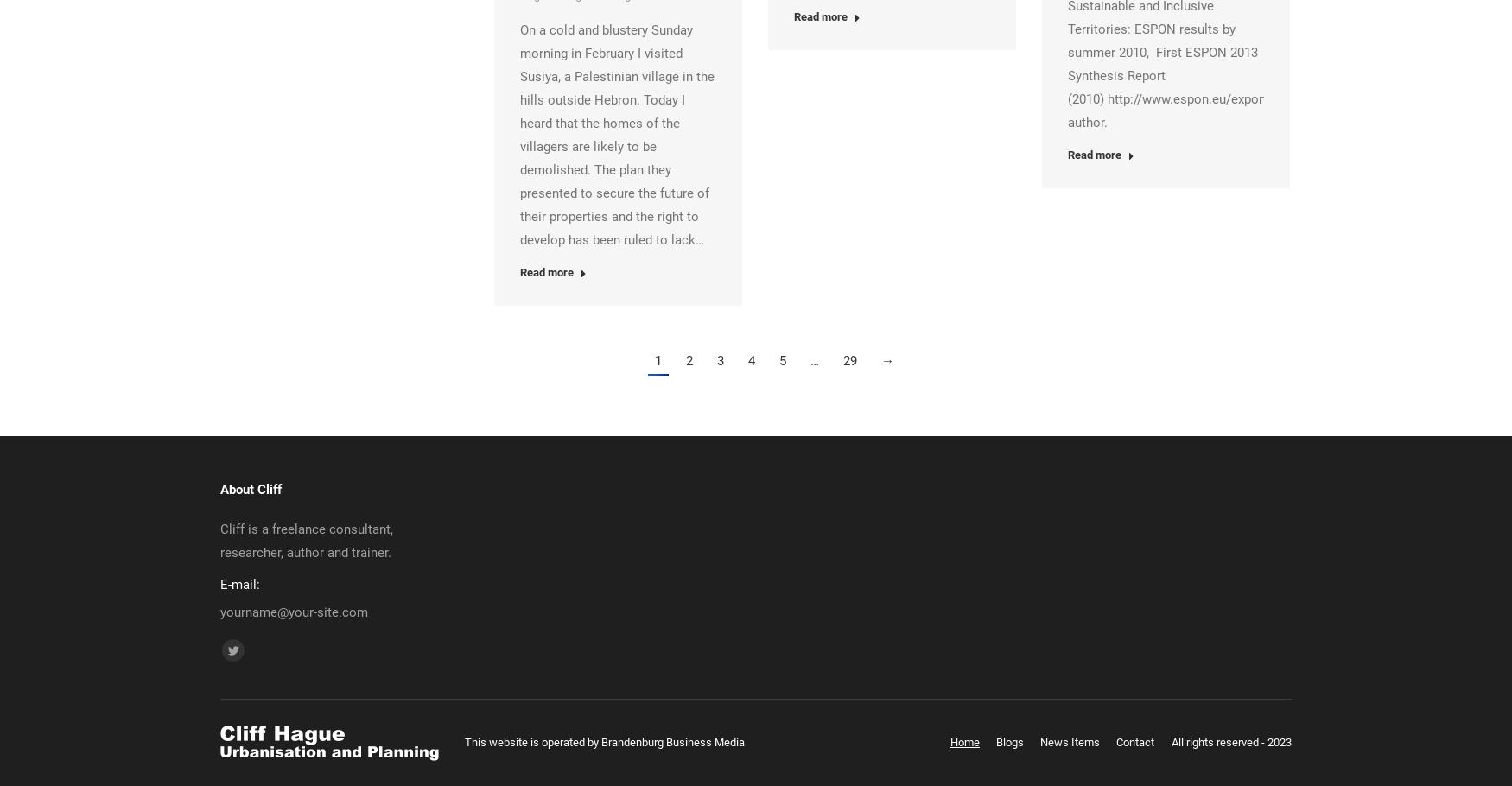 The height and width of the screenshot is (786, 1512). I want to click on 'Find us on:', so click(251, 648).